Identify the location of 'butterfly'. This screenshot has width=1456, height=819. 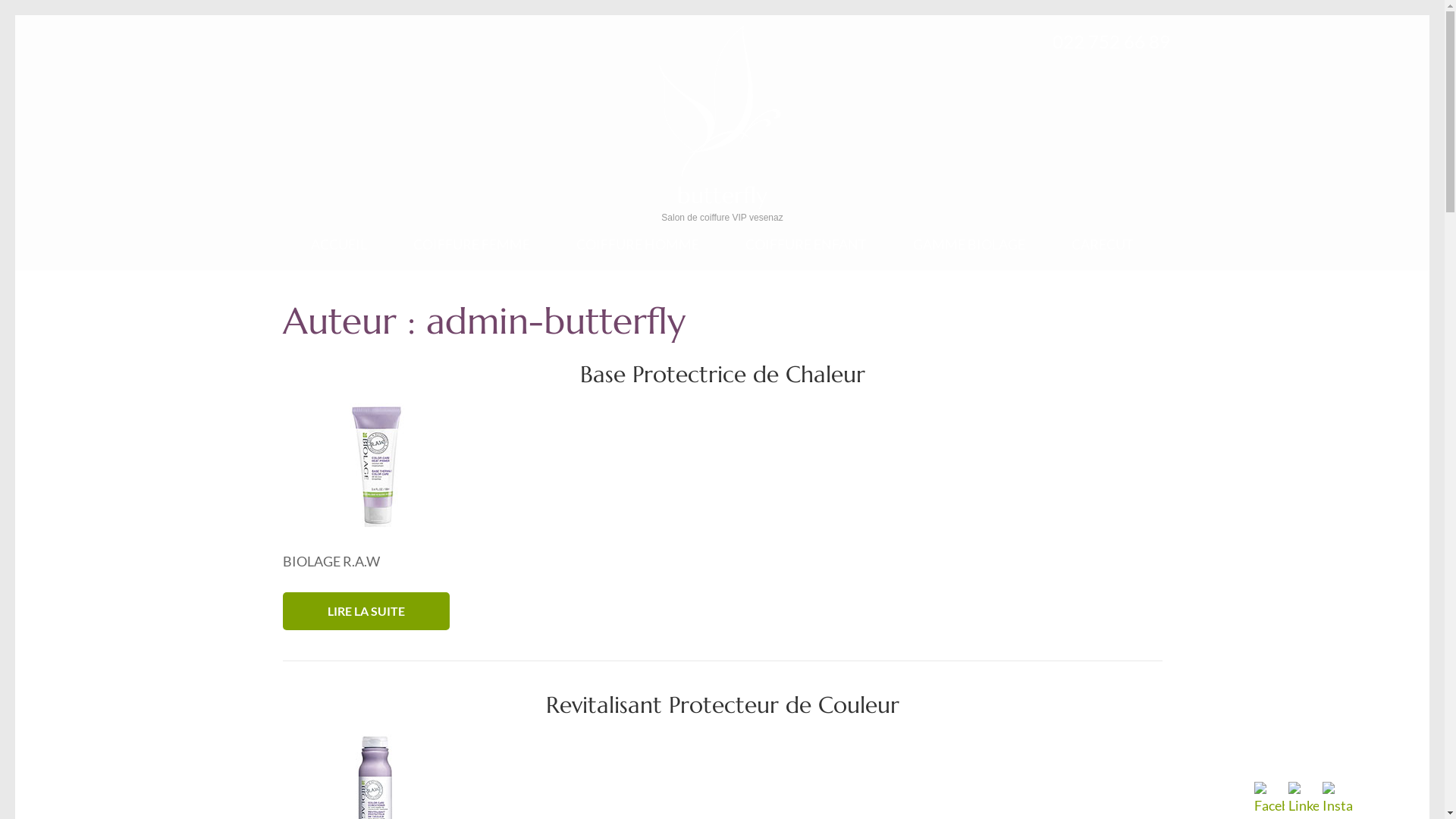
(721, 194).